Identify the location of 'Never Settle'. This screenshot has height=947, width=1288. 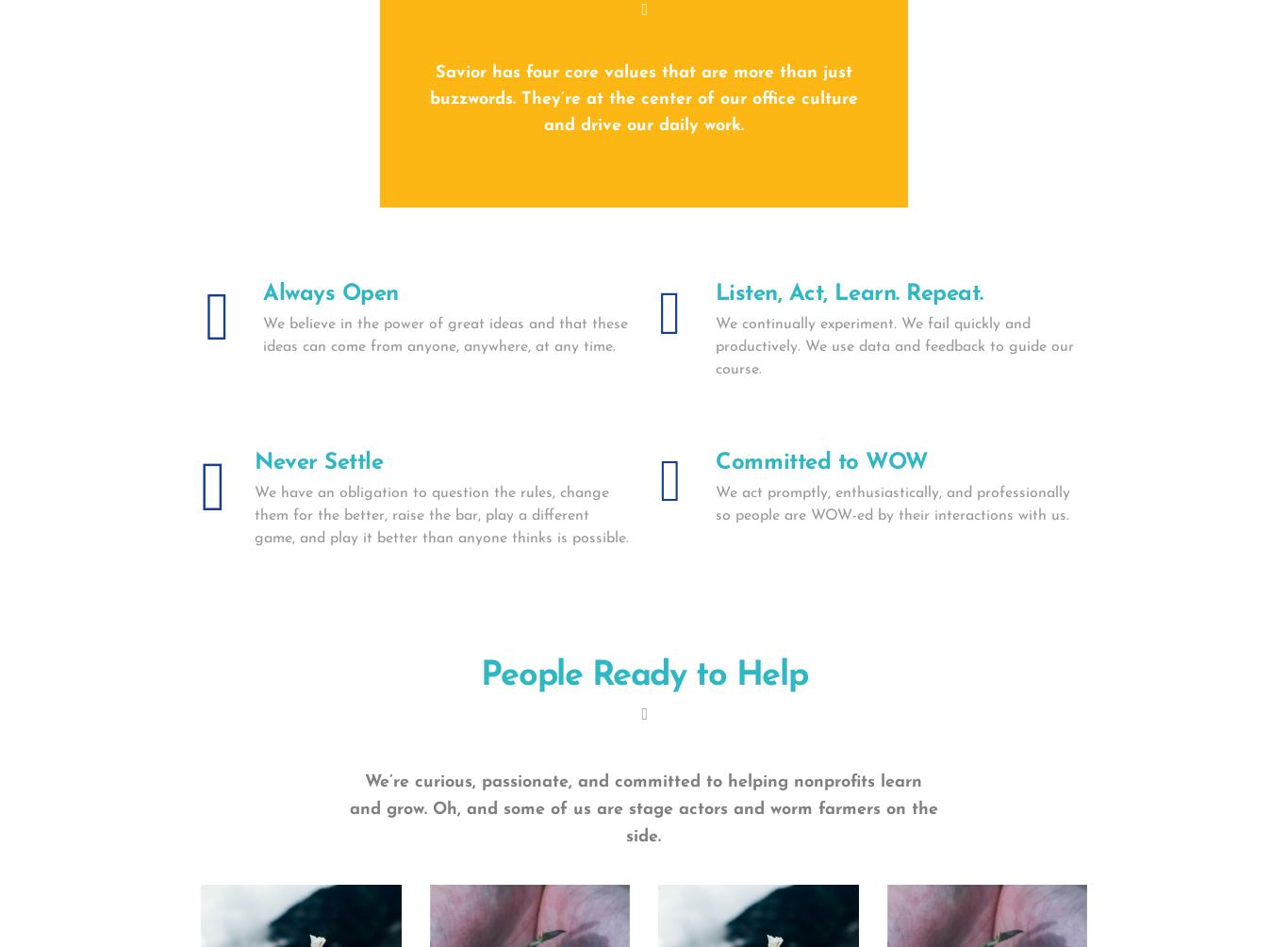
(318, 461).